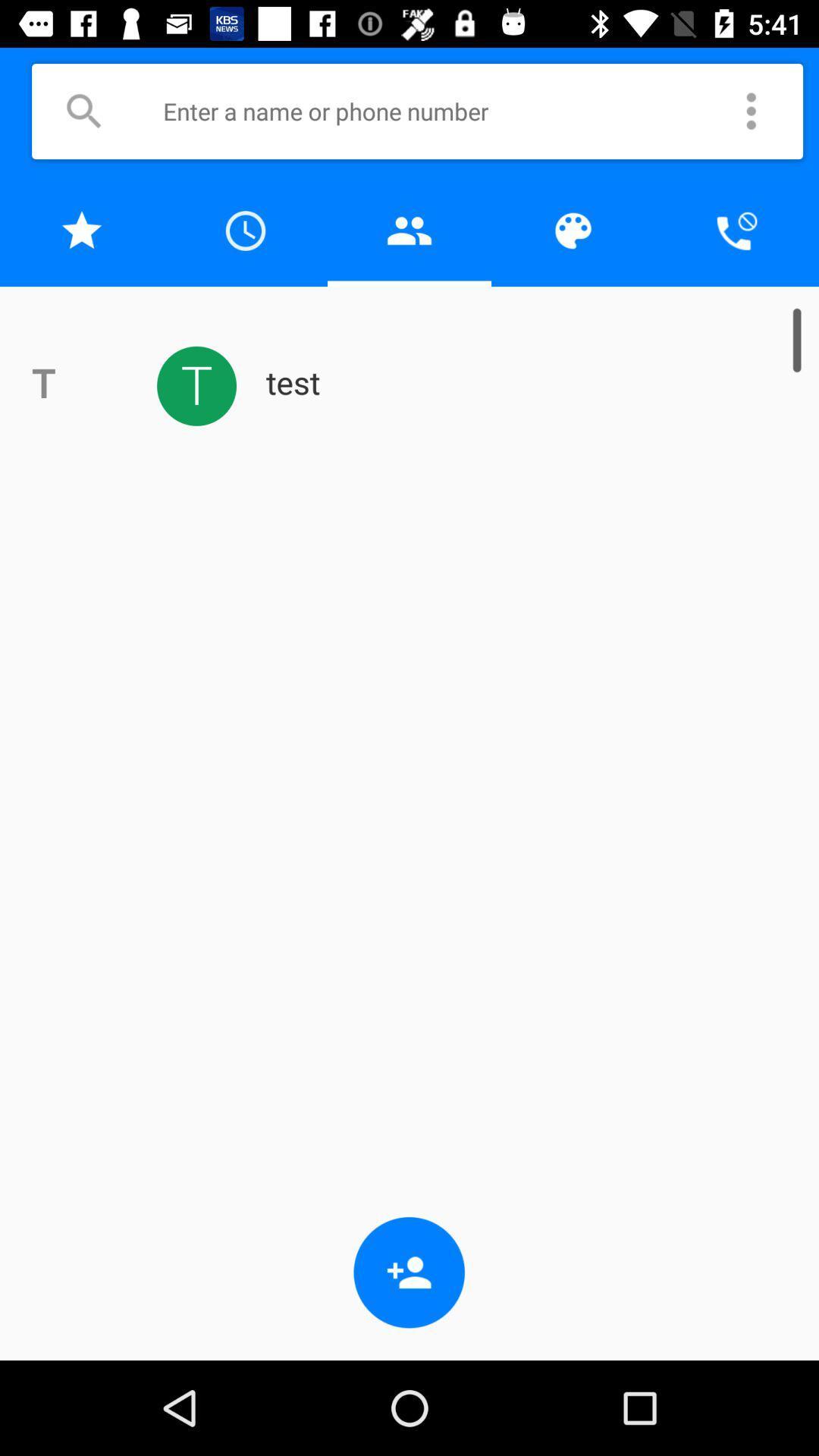 This screenshot has height=1456, width=819. I want to click on contact list, so click(409, 230).